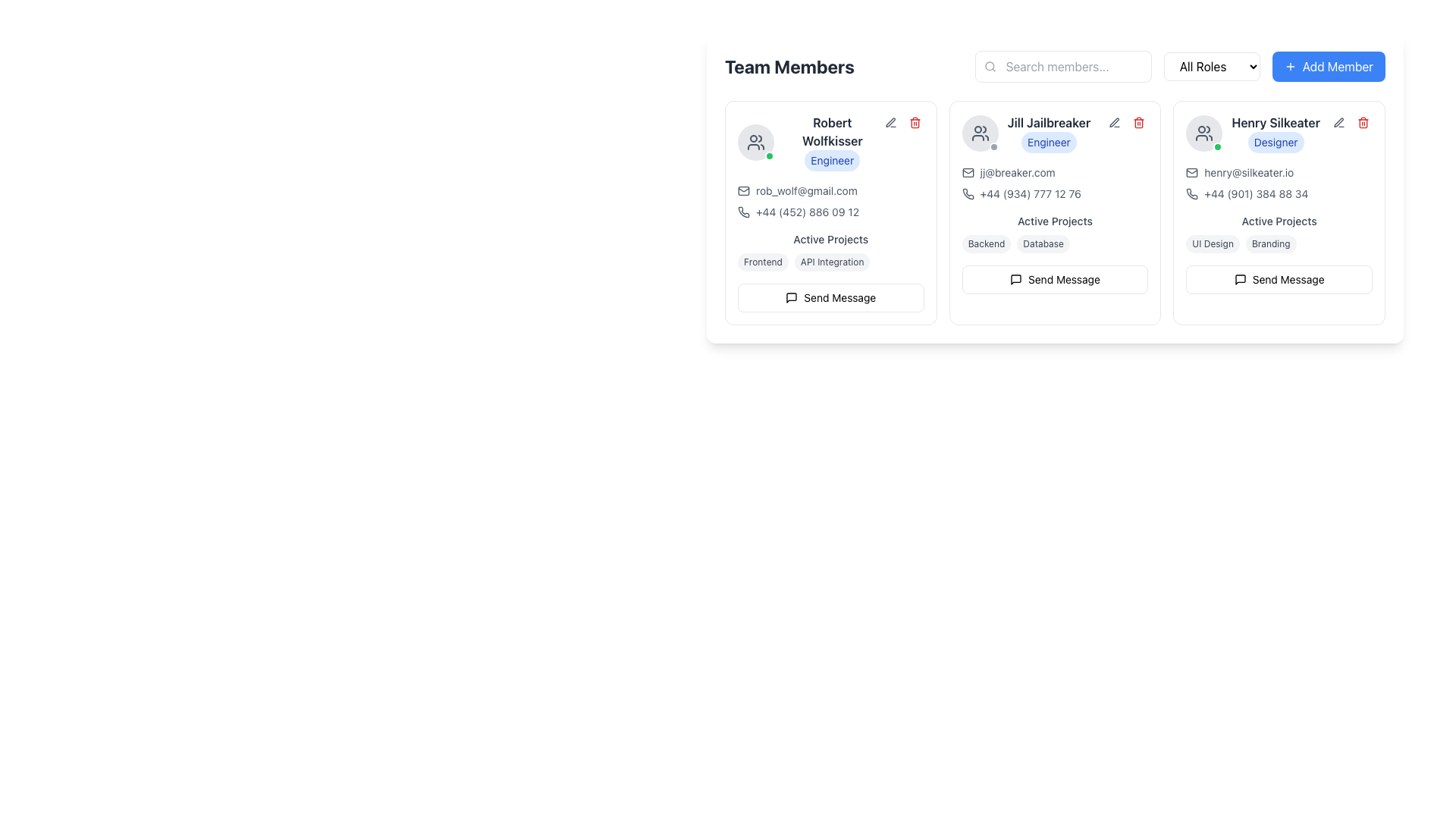 The image size is (1456, 819). I want to click on the edit icon located at the top right corner of the third team member's card, which allows users to modify details of the associated team member card, so click(1115, 122).